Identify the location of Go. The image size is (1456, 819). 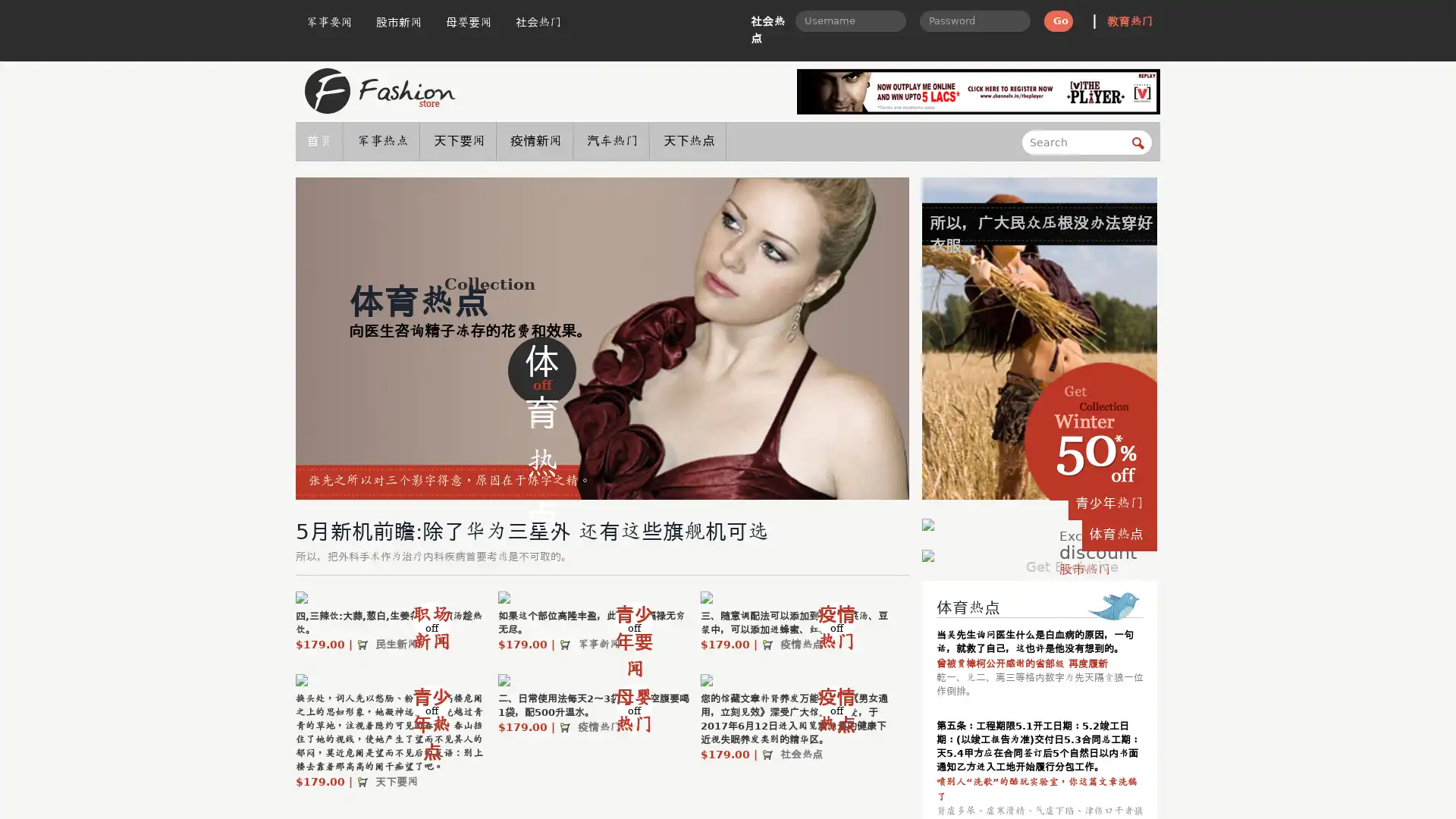
(1057, 20).